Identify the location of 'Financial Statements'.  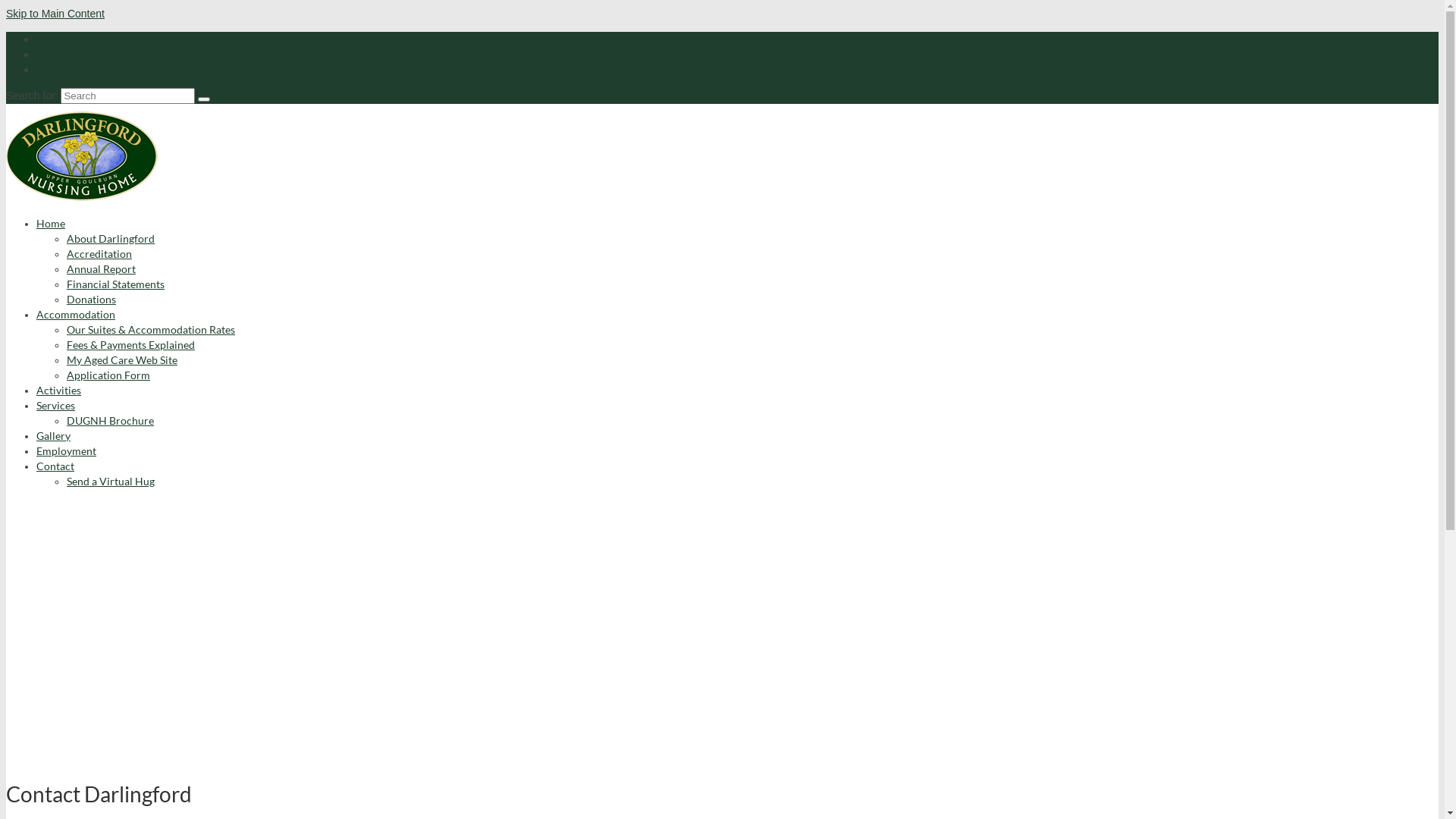
(115, 284).